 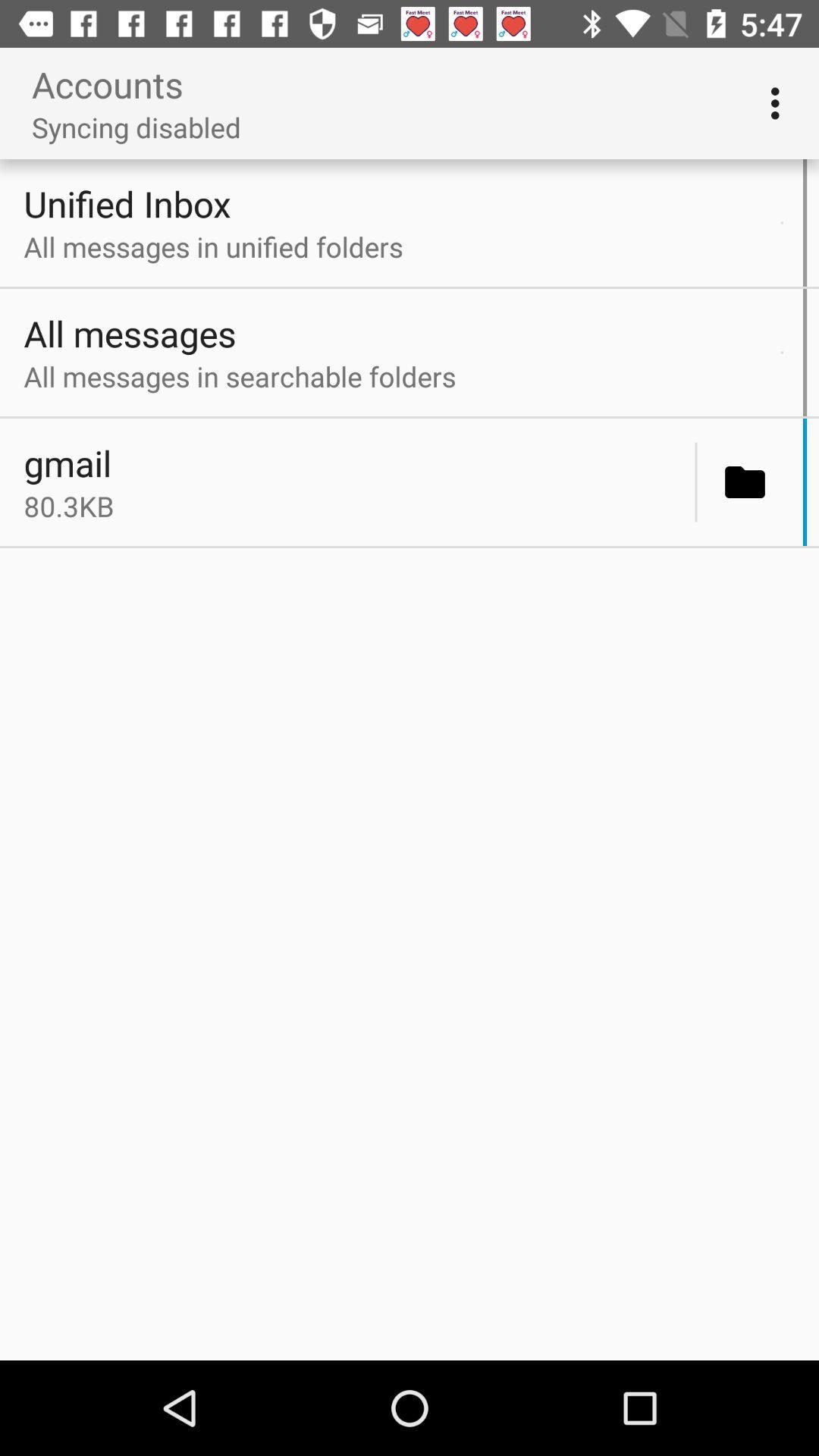 What do you see at coordinates (355, 462) in the screenshot?
I see `item below the all messages in` at bounding box center [355, 462].